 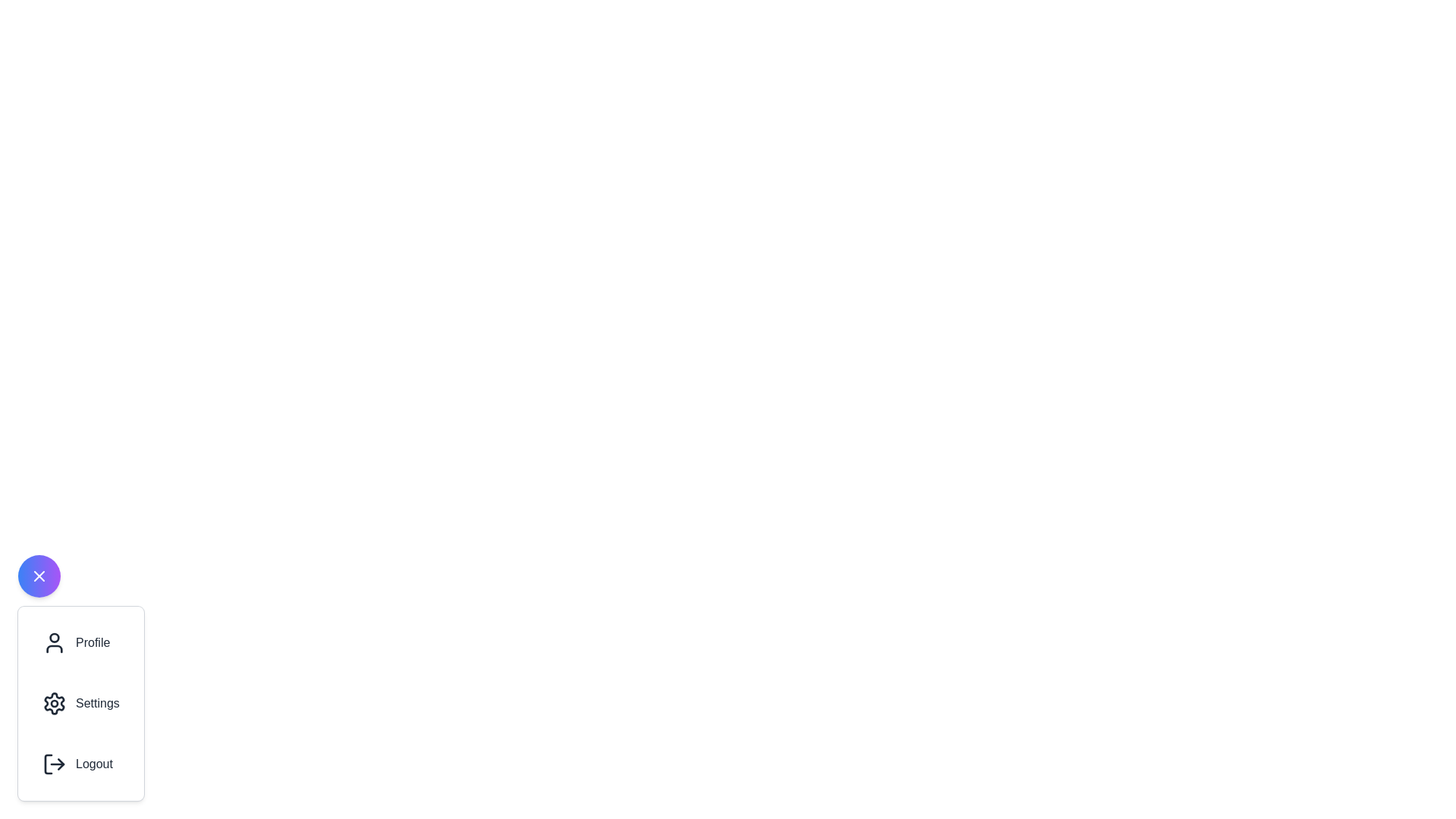 I want to click on floating button to toggle the visibility of the menu, so click(x=39, y=576).